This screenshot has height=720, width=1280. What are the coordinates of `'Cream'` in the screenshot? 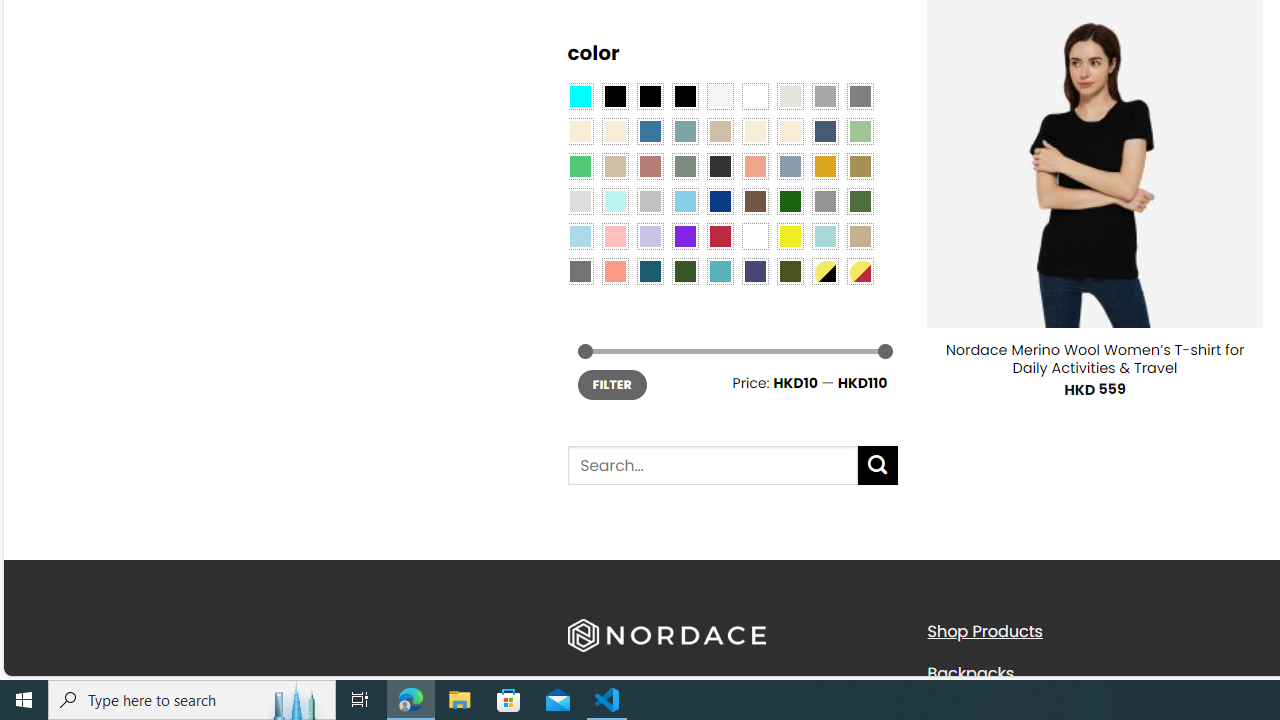 It's located at (788, 131).